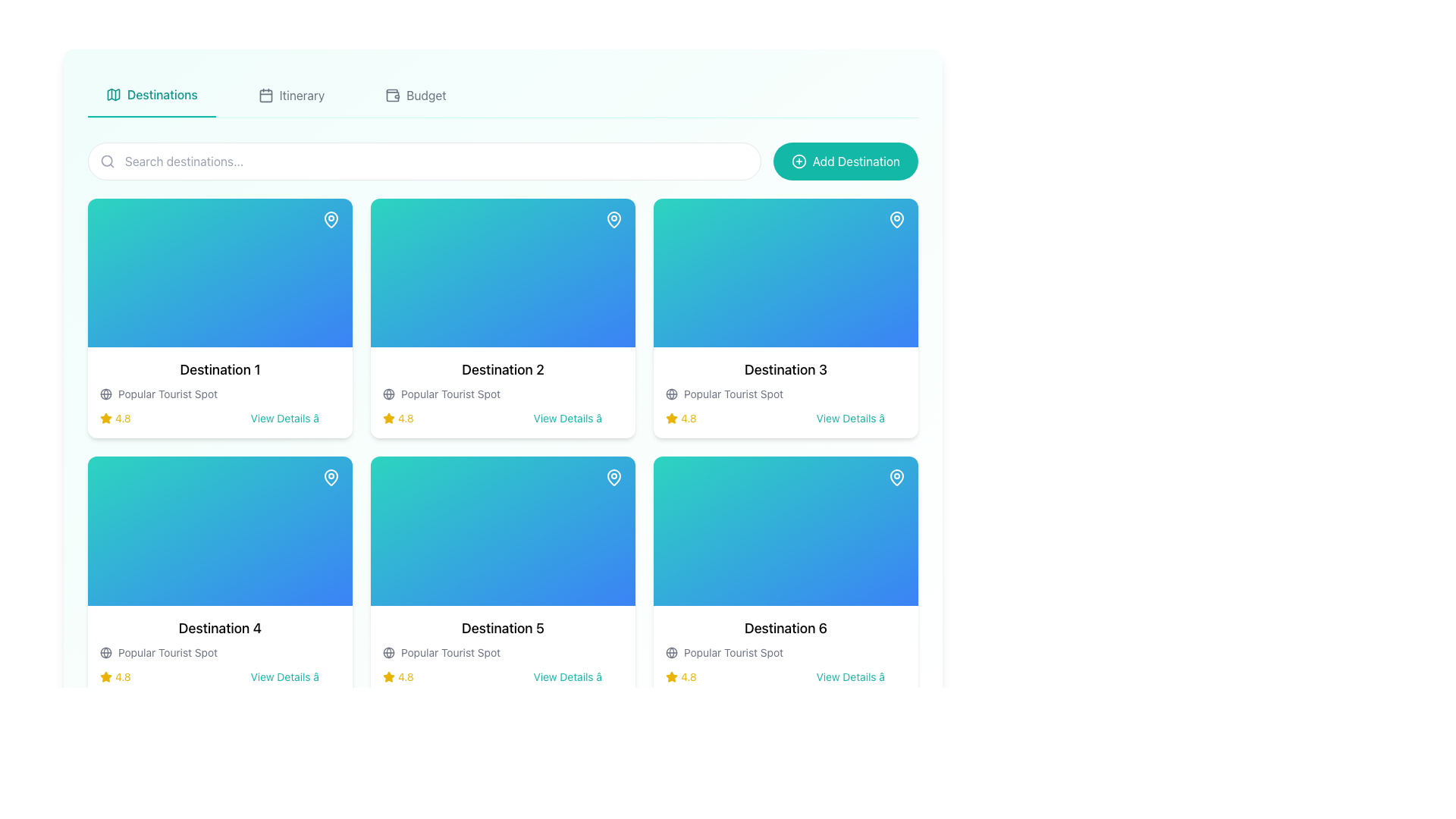 The image size is (1456, 819). What do you see at coordinates (503, 628) in the screenshot?
I see `the title or heading text label located in the middle cell of the second row within the card design element for the tourist destination` at bounding box center [503, 628].